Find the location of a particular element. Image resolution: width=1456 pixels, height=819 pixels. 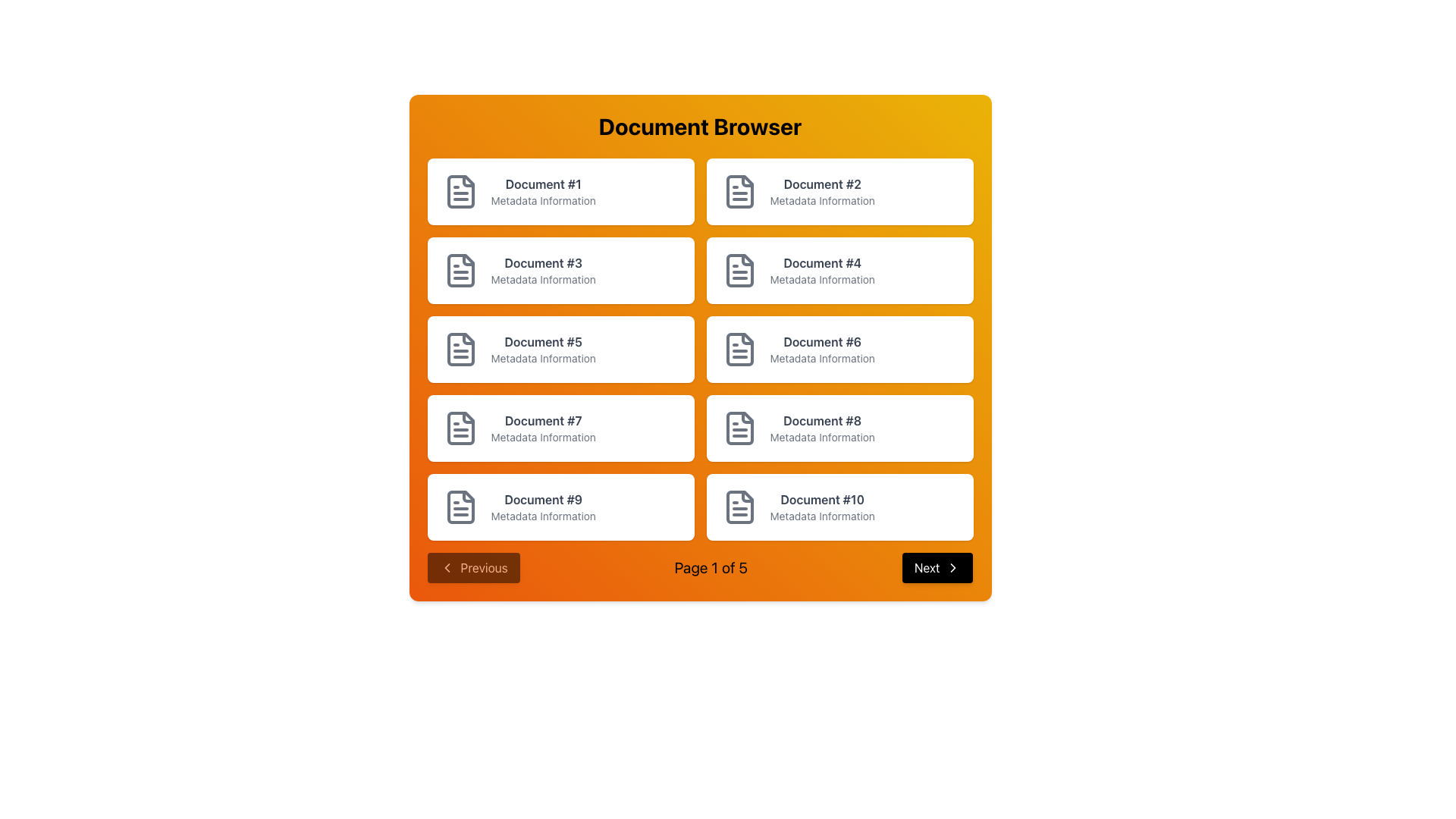

the text label located at the bottom of the last item in the grid's rightmost column, providing secondary information about the document item associated with 'Document #10' is located at coordinates (821, 516).